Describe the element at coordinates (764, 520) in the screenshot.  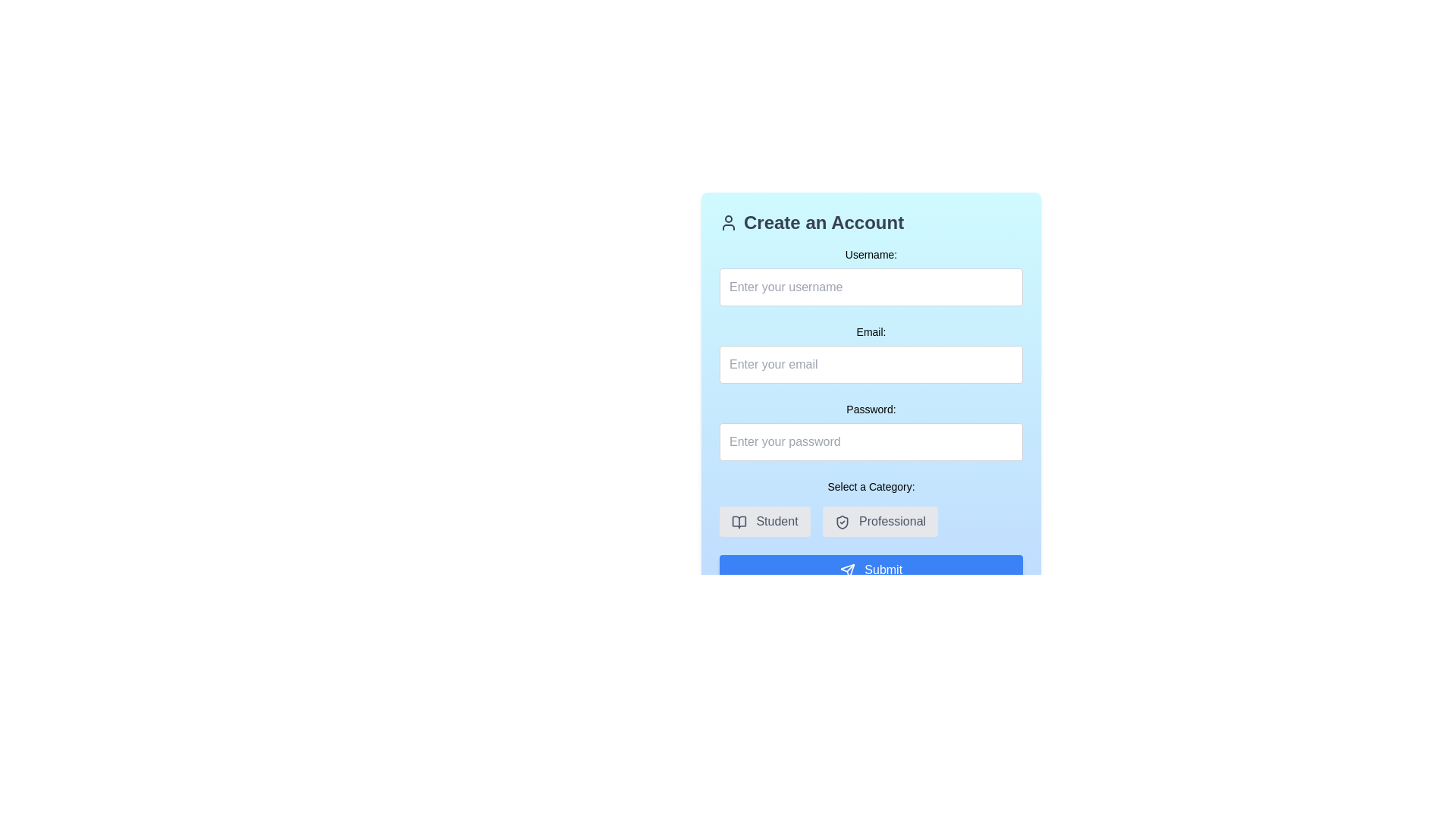
I see `the 'Student' button, which is a gray rectangular button with rounded edges, displaying an open book icon and the text 'Student' centered within it, located under the 'Select a Category' section` at that location.